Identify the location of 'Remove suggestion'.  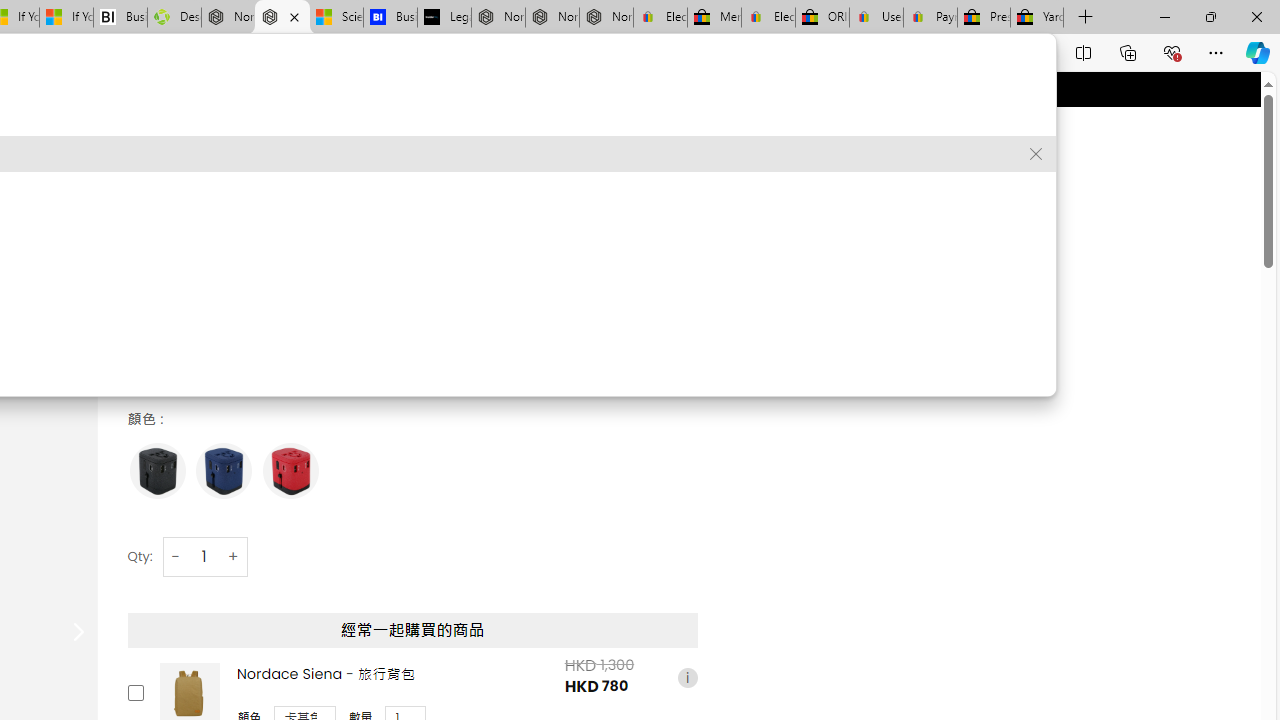
(1036, 153).